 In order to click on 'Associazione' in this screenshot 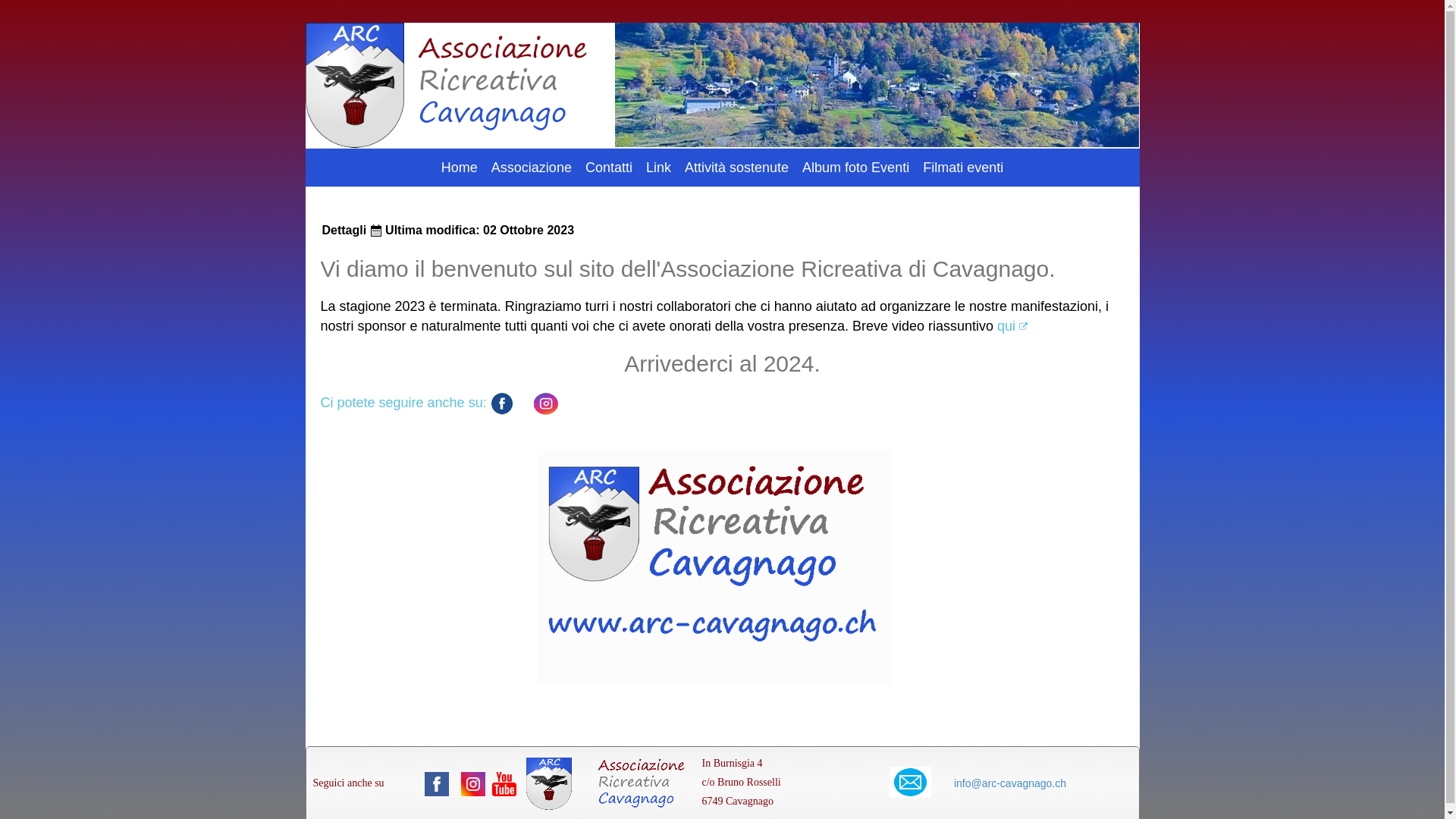, I will do `click(531, 167)`.